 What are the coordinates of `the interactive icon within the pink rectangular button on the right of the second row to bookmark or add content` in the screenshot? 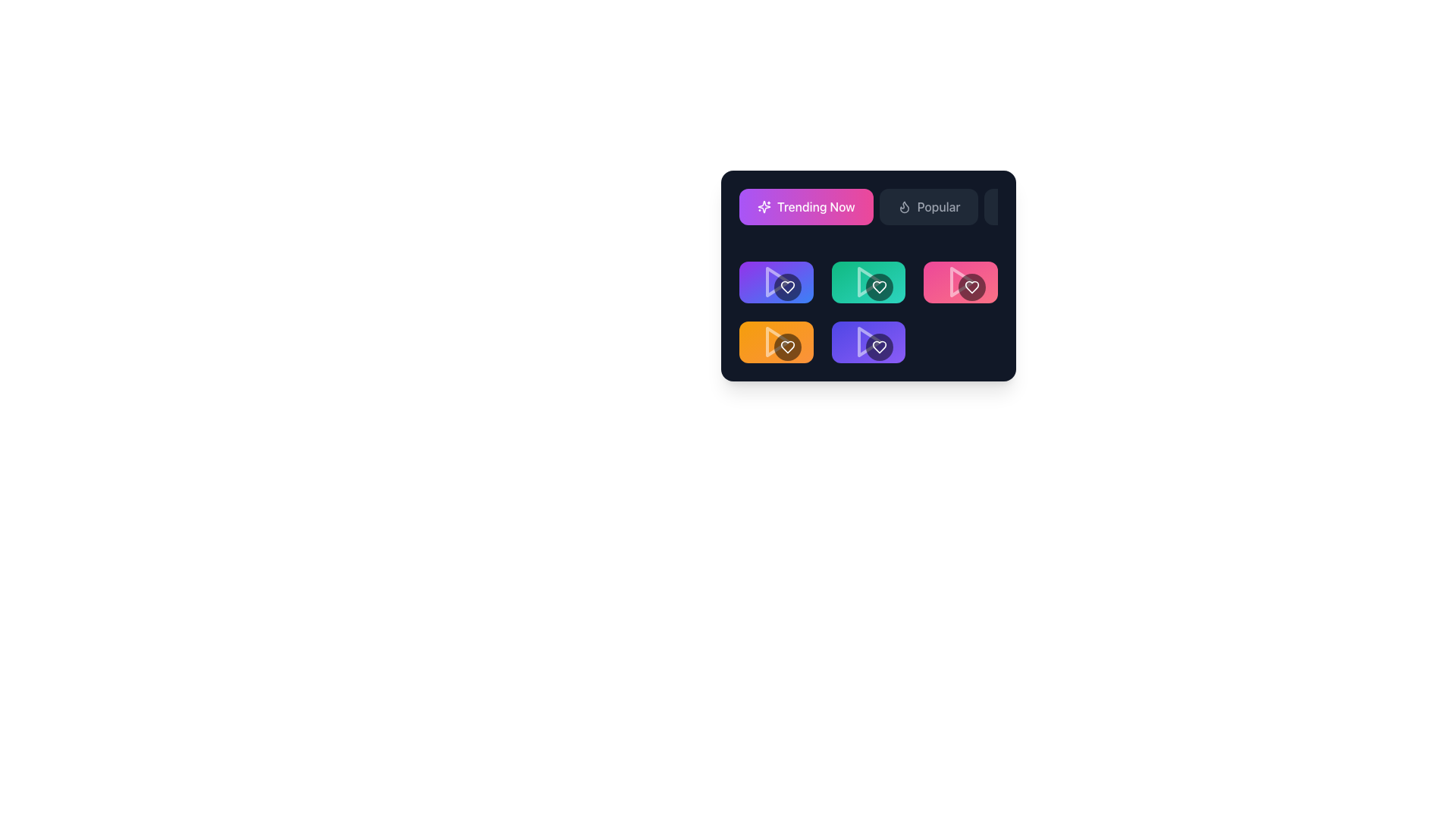 It's located at (1001, 275).